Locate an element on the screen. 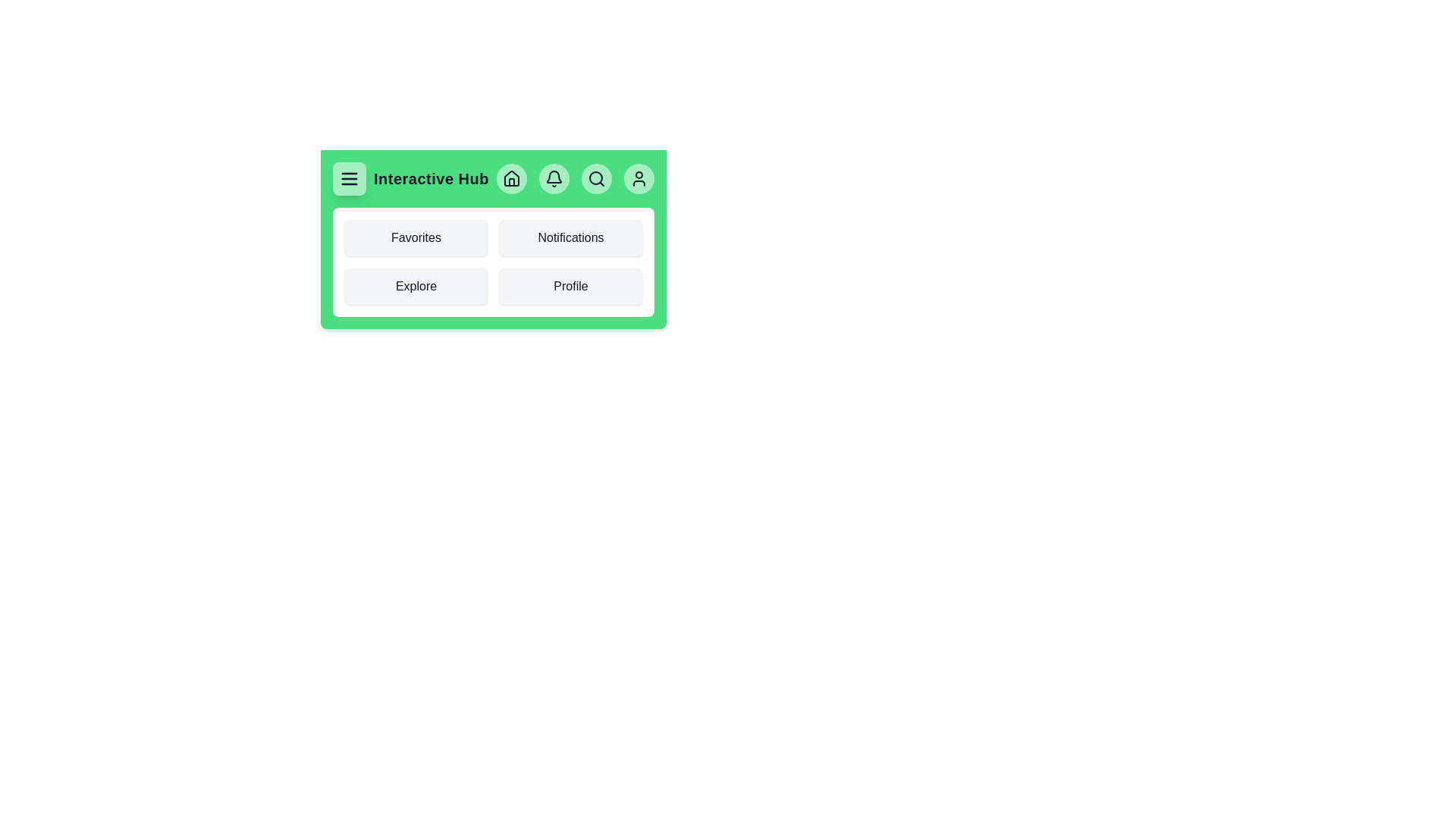 This screenshot has width=1456, height=819. the Profile navigation button is located at coordinates (570, 287).